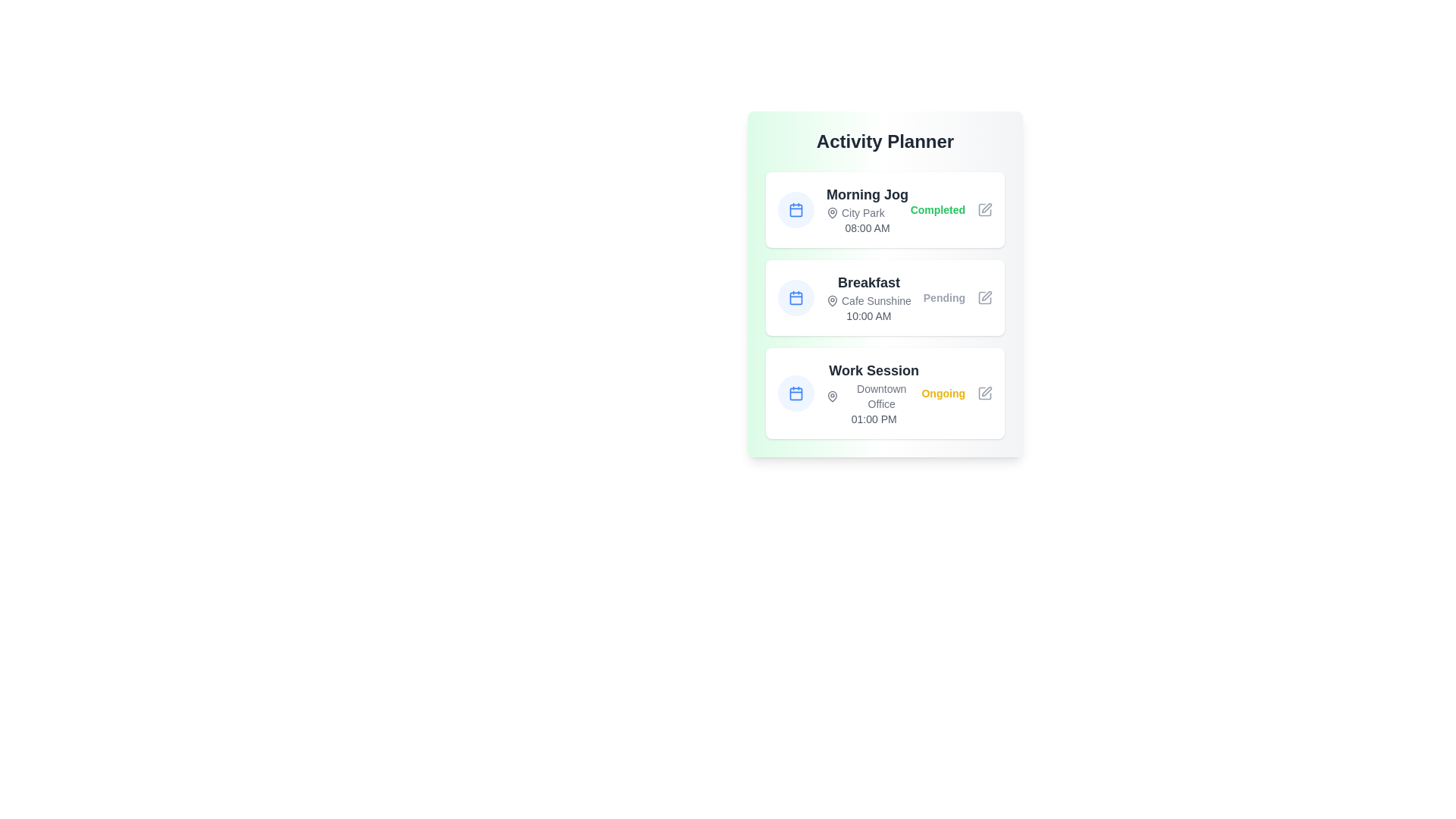 The width and height of the screenshot is (1456, 819). I want to click on the calendar icon associated with the 'Work Session' activity located in the top-left portion of the third activity card under the 'Activity Planner' list, so click(795, 393).